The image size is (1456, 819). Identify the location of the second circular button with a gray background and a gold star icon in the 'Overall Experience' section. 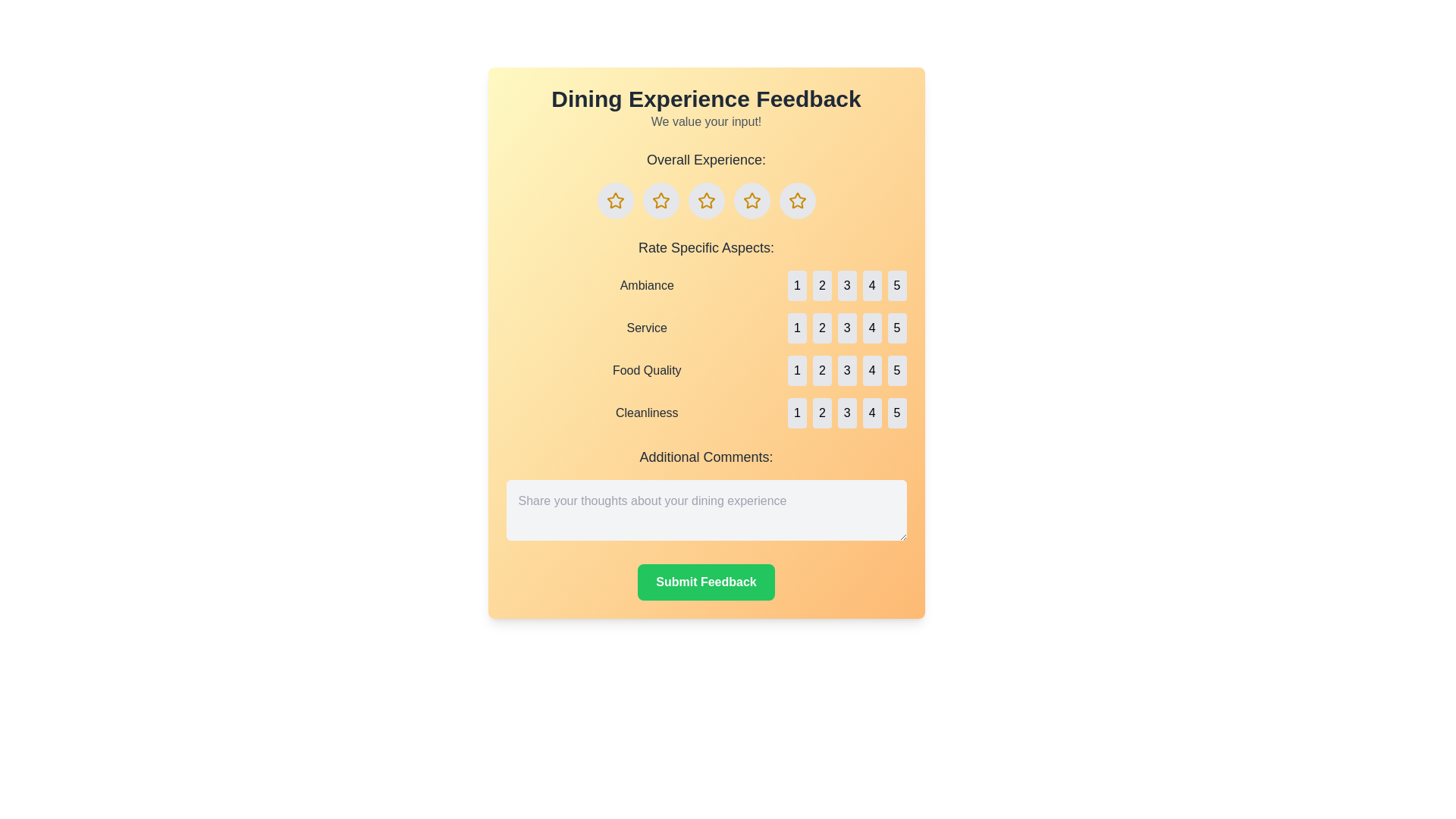
(661, 200).